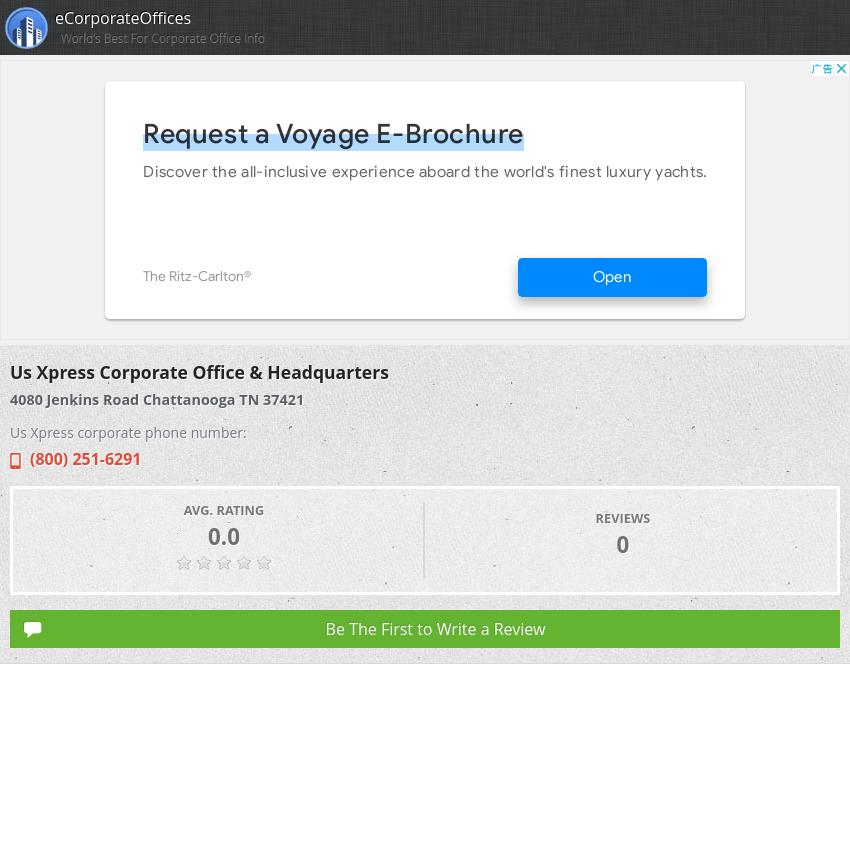 The height and width of the screenshot is (843, 850). What do you see at coordinates (248, 397) in the screenshot?
I see `'TN'` at bounding box center [248, 397].